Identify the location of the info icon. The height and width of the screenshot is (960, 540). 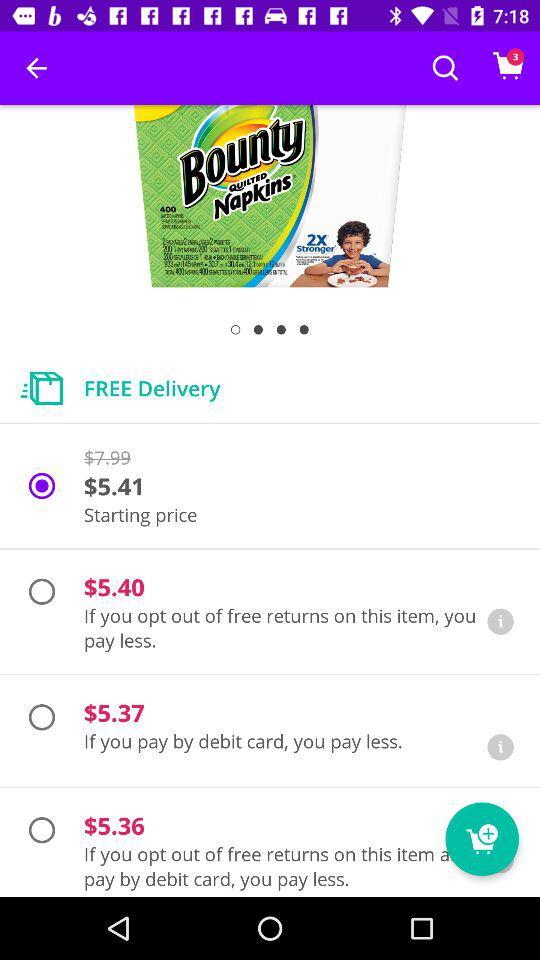
(499, 620).